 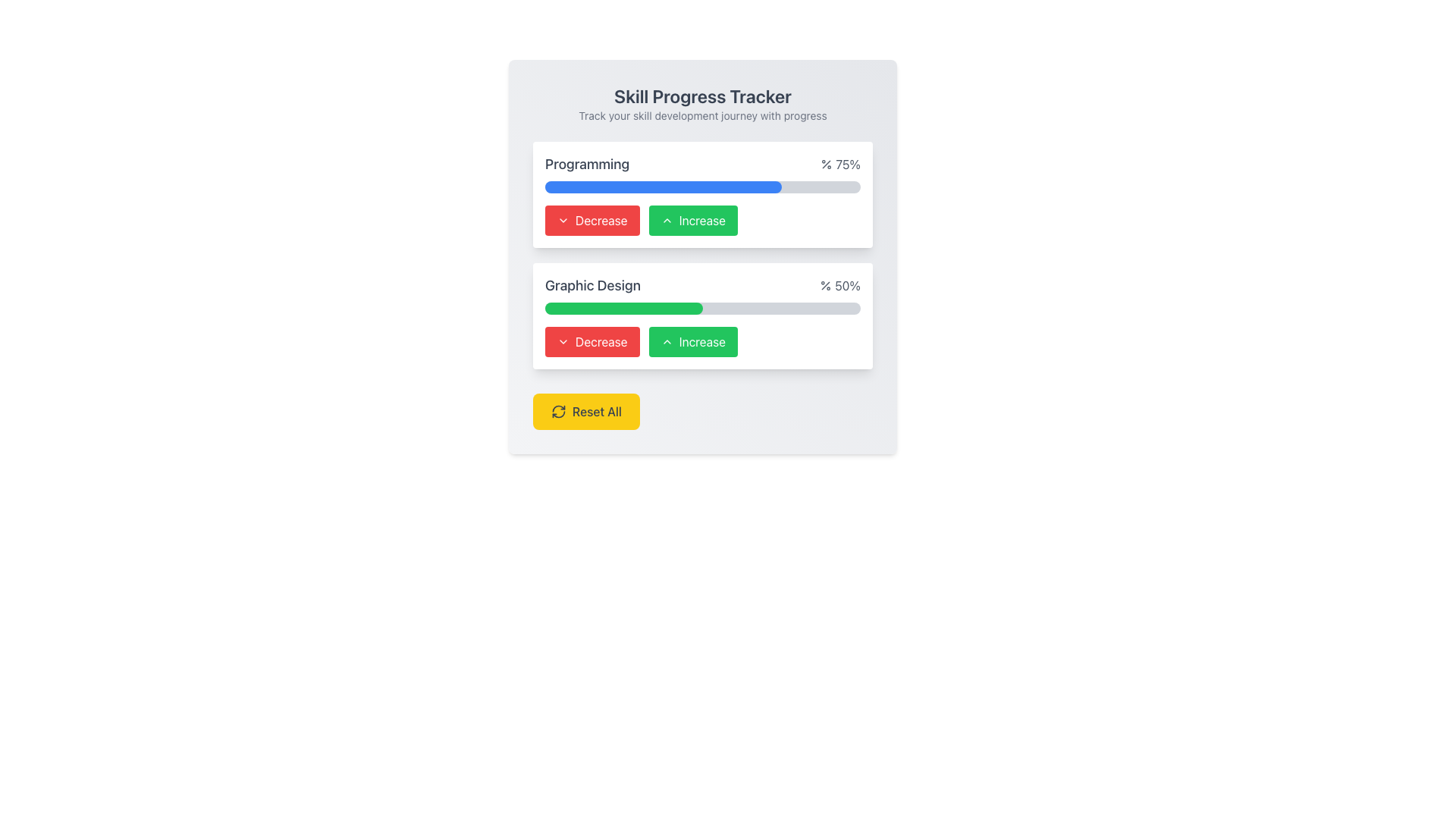 I want to click on the green progress bar segment within the 'Graphic Design' skill progress tracker, which spans half the width of the gray background track, so click(x=623, y=308).